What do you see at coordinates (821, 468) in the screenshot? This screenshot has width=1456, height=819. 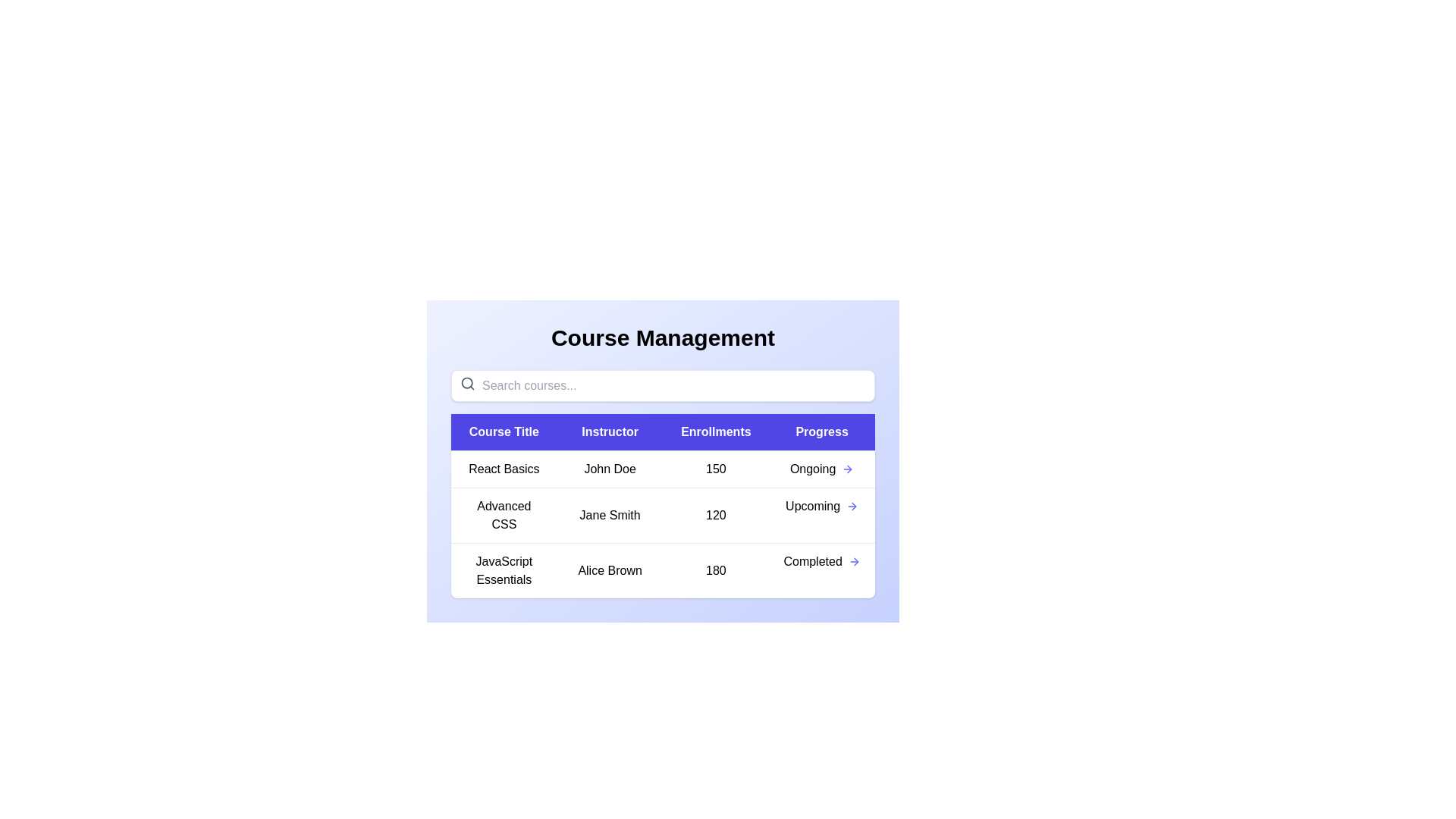 I see `the progress indicator for the course titled 'React Basics'` at bounding box center [821, 468].